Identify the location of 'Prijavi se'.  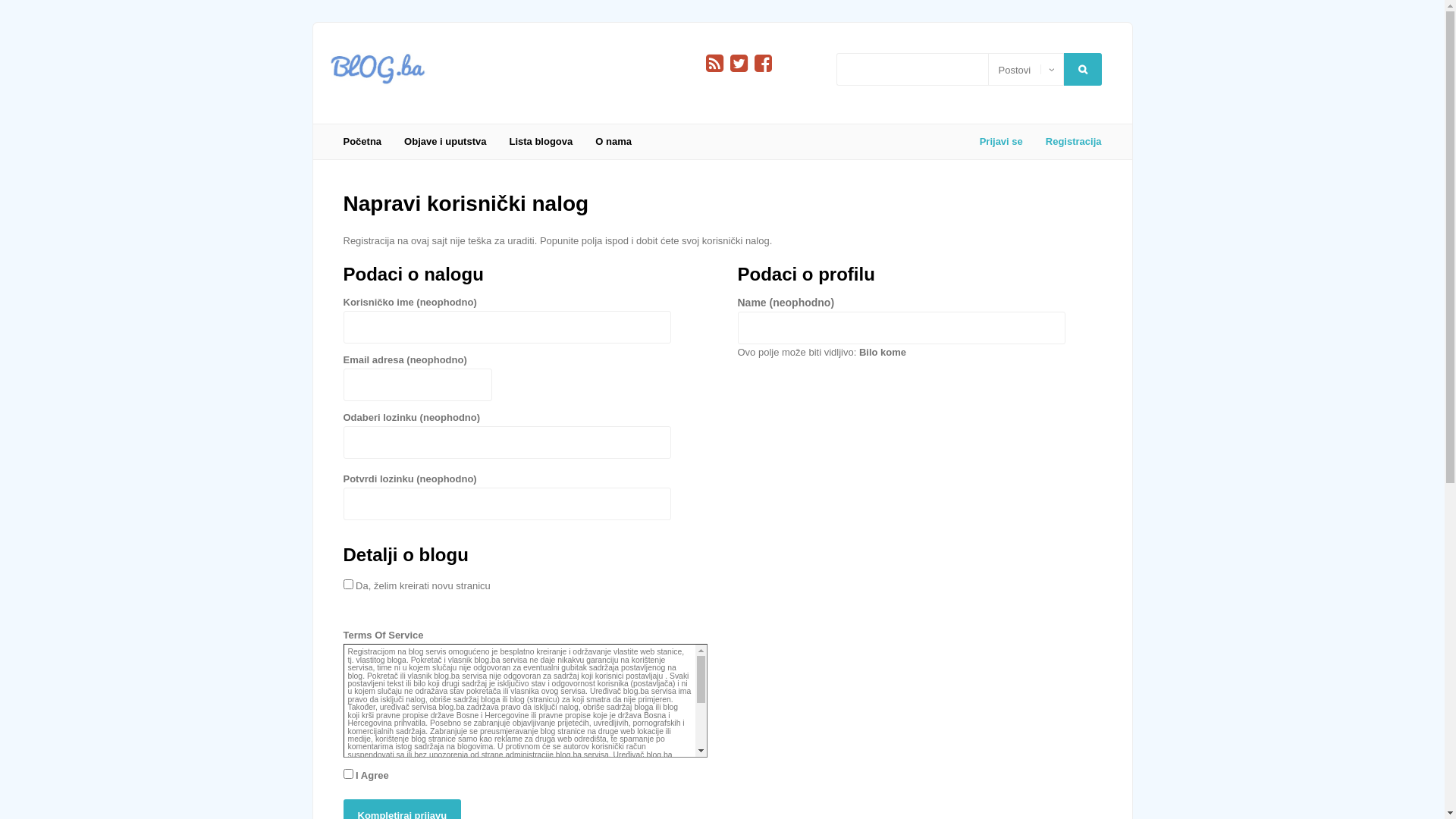
(967, 141).